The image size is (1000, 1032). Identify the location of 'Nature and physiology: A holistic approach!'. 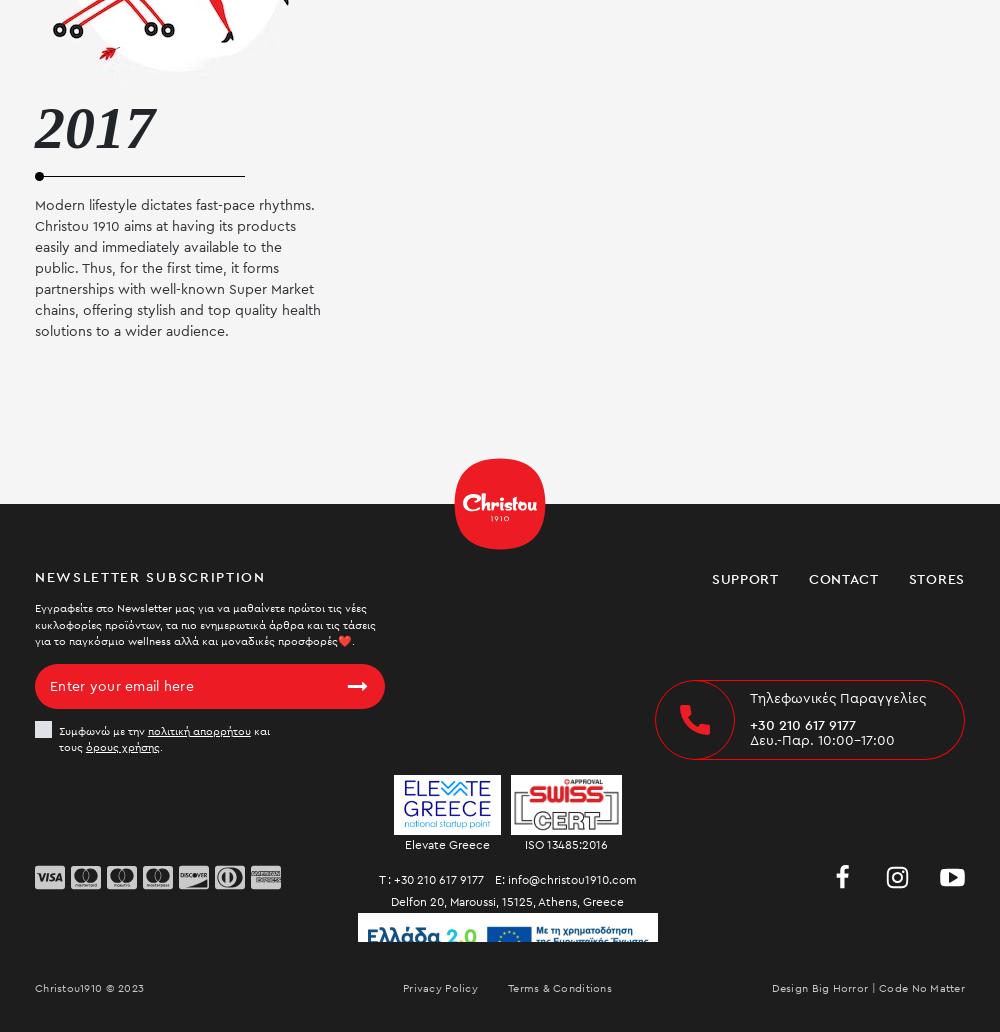
(813, 272).